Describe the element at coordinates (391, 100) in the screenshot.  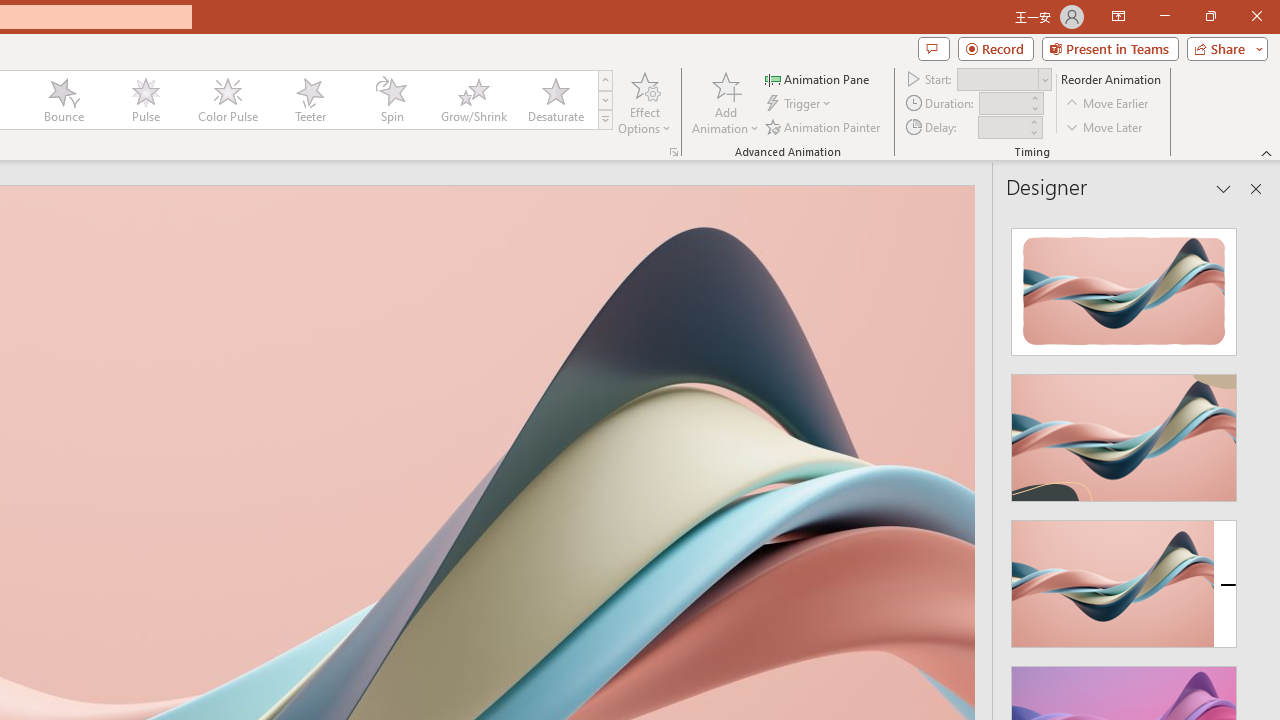
I see `'Spin'` at that location.